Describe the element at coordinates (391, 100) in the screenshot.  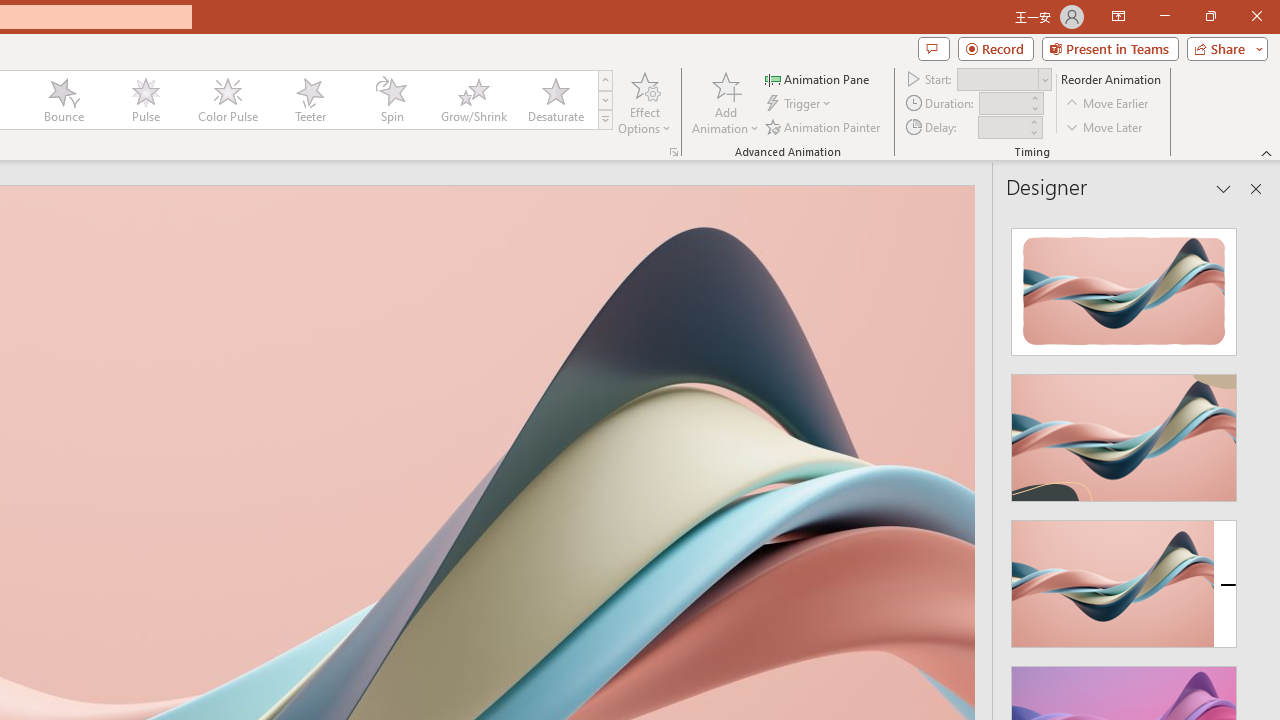
I see `'Spin'` at that location.